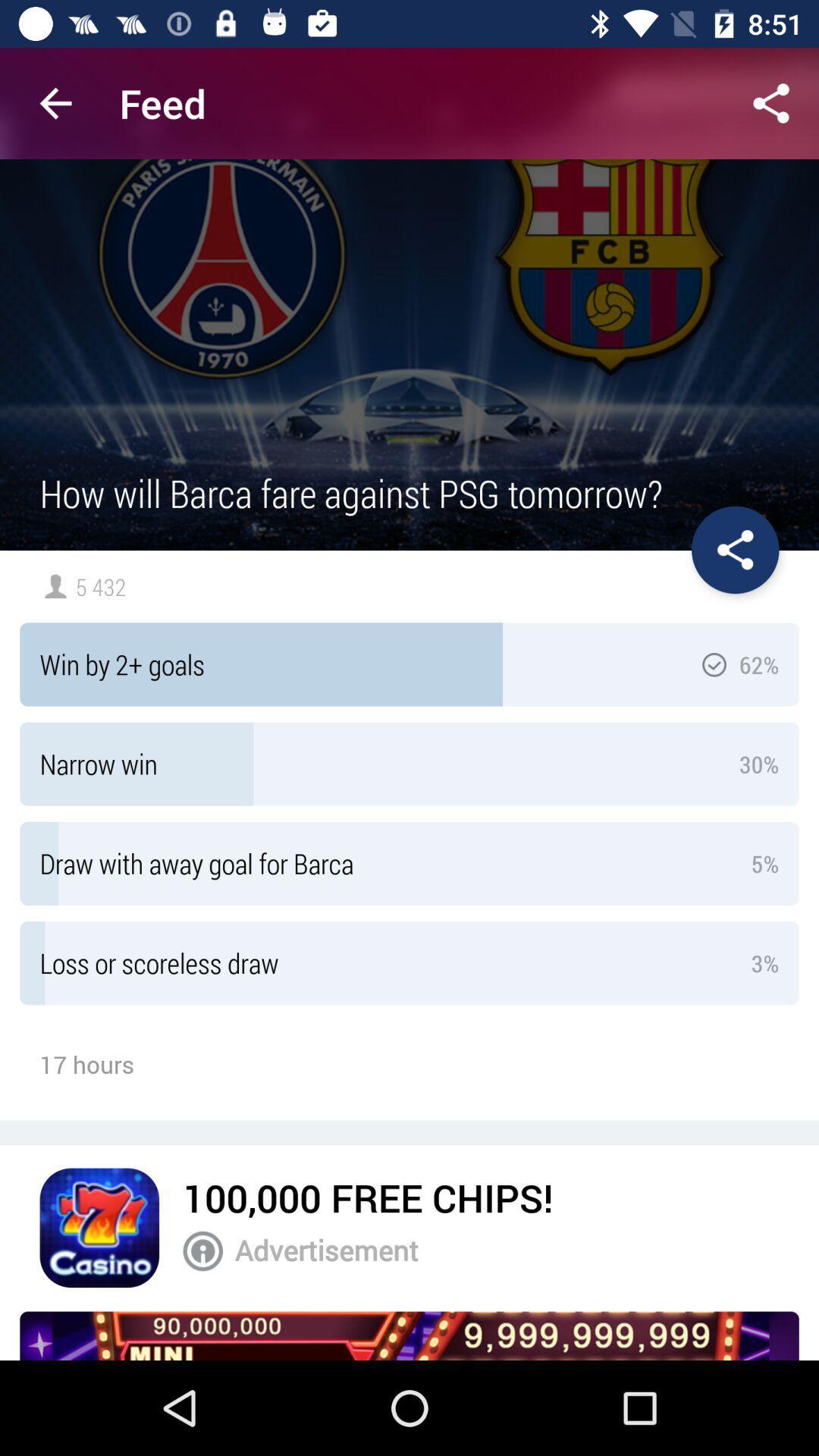 This screenshot has height=1456, width=819. I want to click on the icon to the right of feed, so click(771, 102).